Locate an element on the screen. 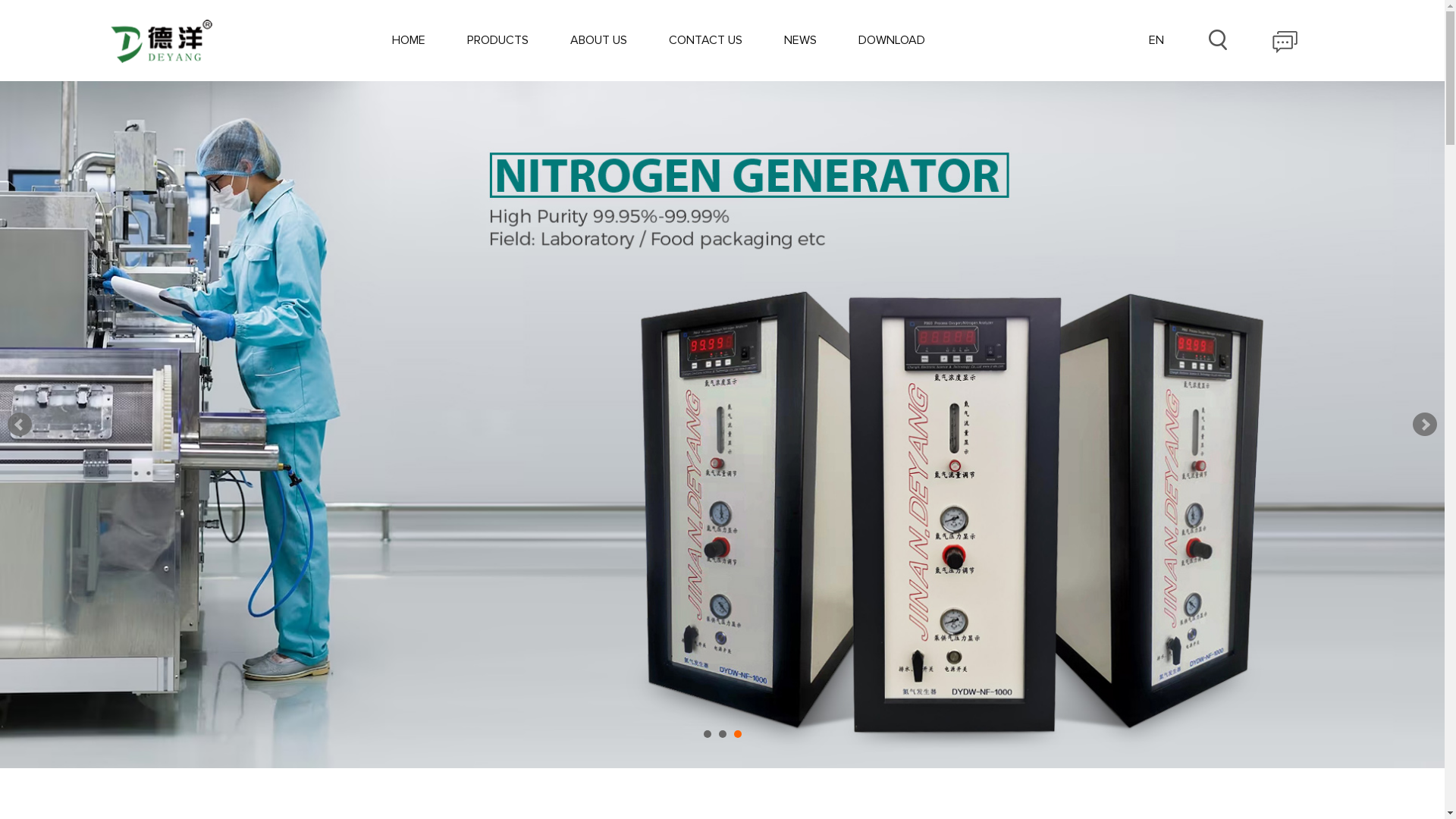  '3' is located at coordinates (738, 733).